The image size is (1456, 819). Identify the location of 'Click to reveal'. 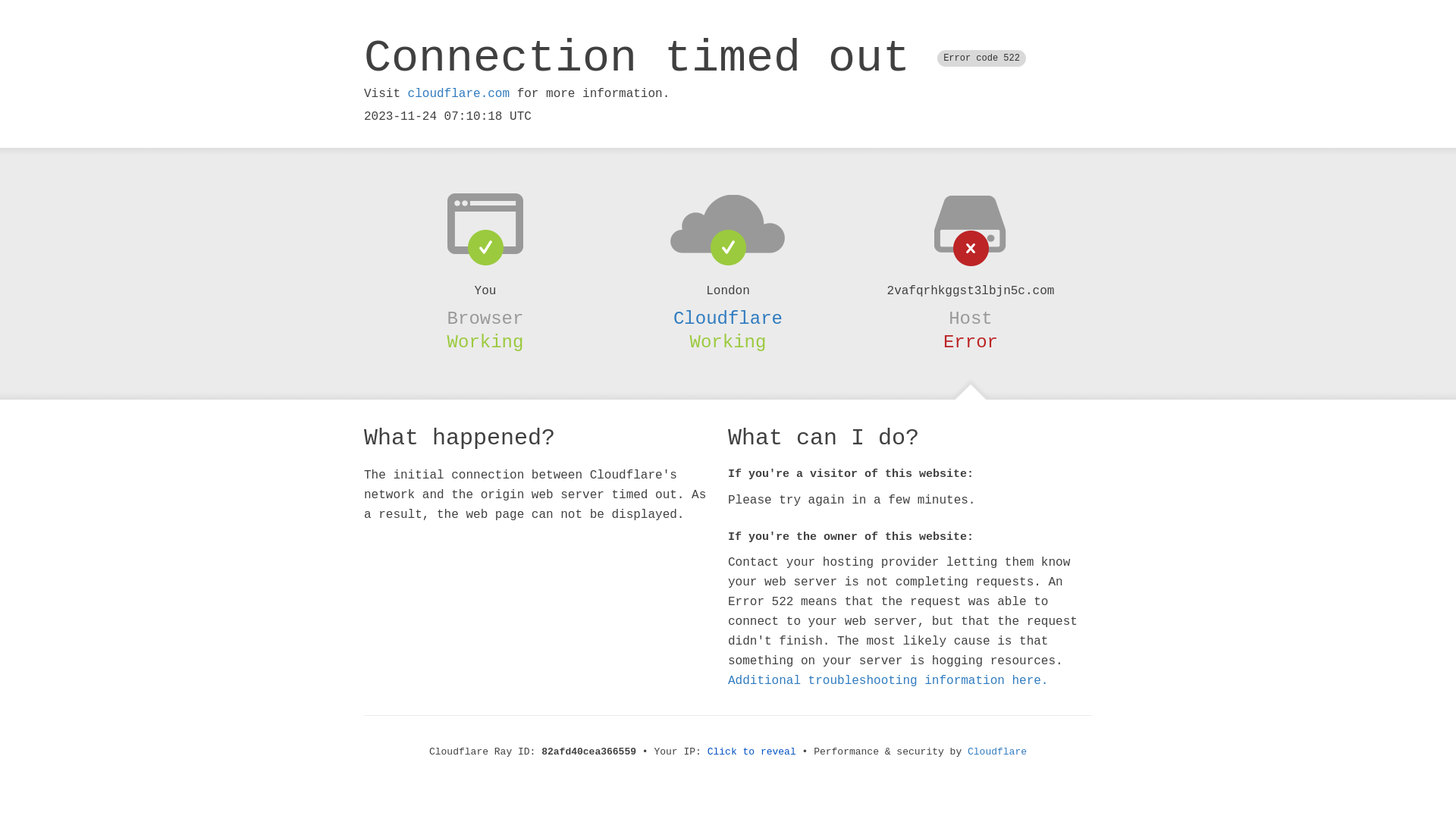
(752, 752).